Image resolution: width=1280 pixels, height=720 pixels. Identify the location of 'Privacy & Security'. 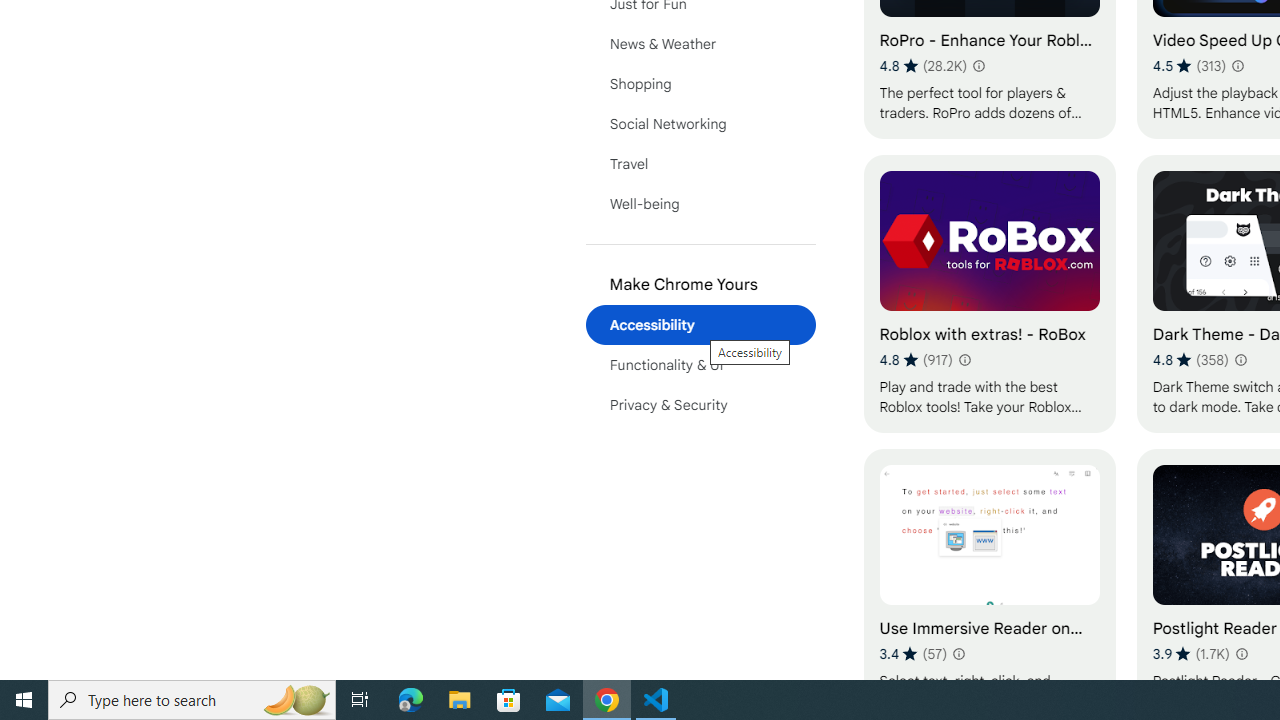
(700, 405).